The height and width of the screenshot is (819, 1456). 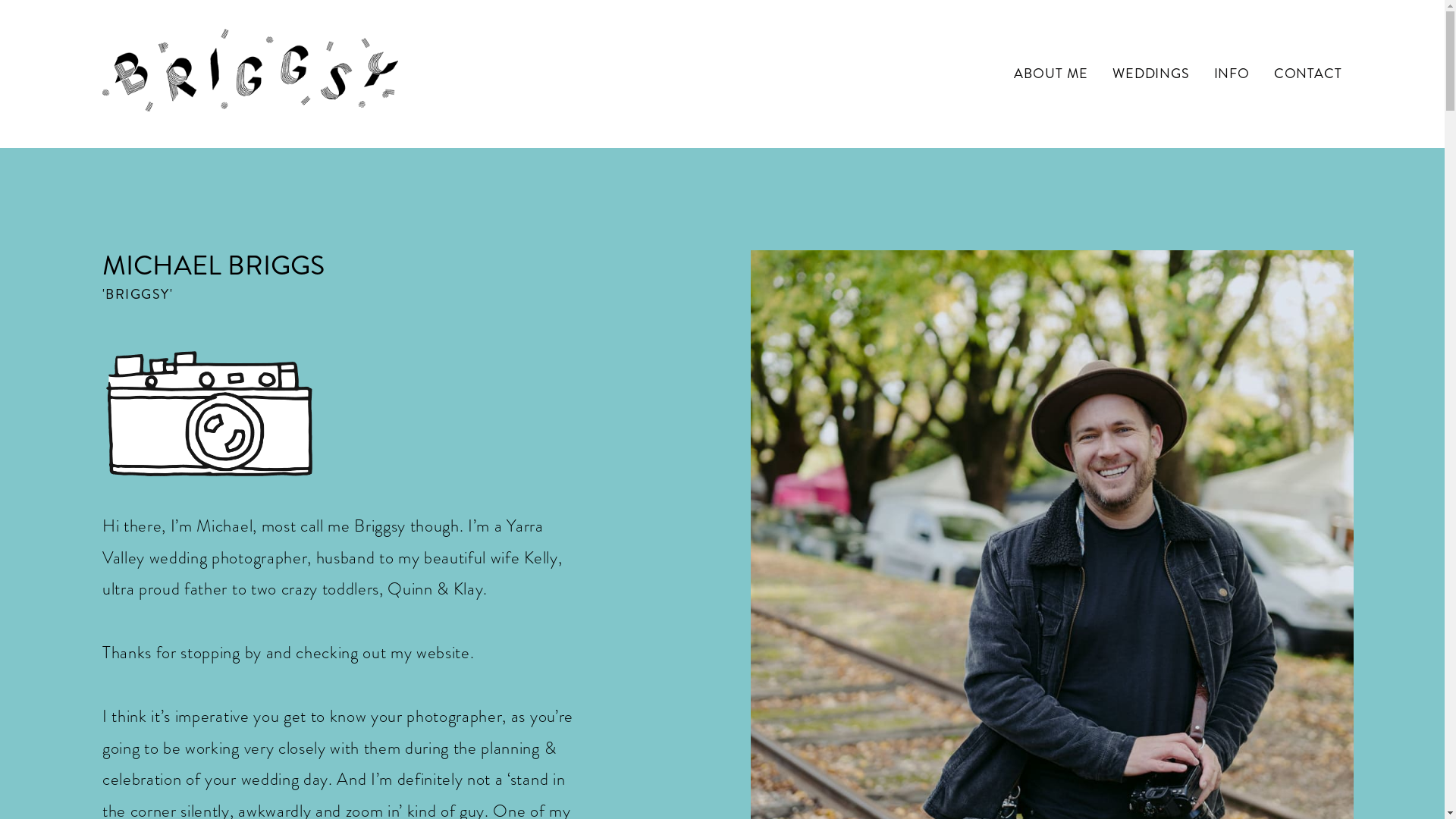 What do you see at coordinates (1050, 74) in the screenshot?
I see `'ABOUT ME'` at bounding box center [1050, 74].